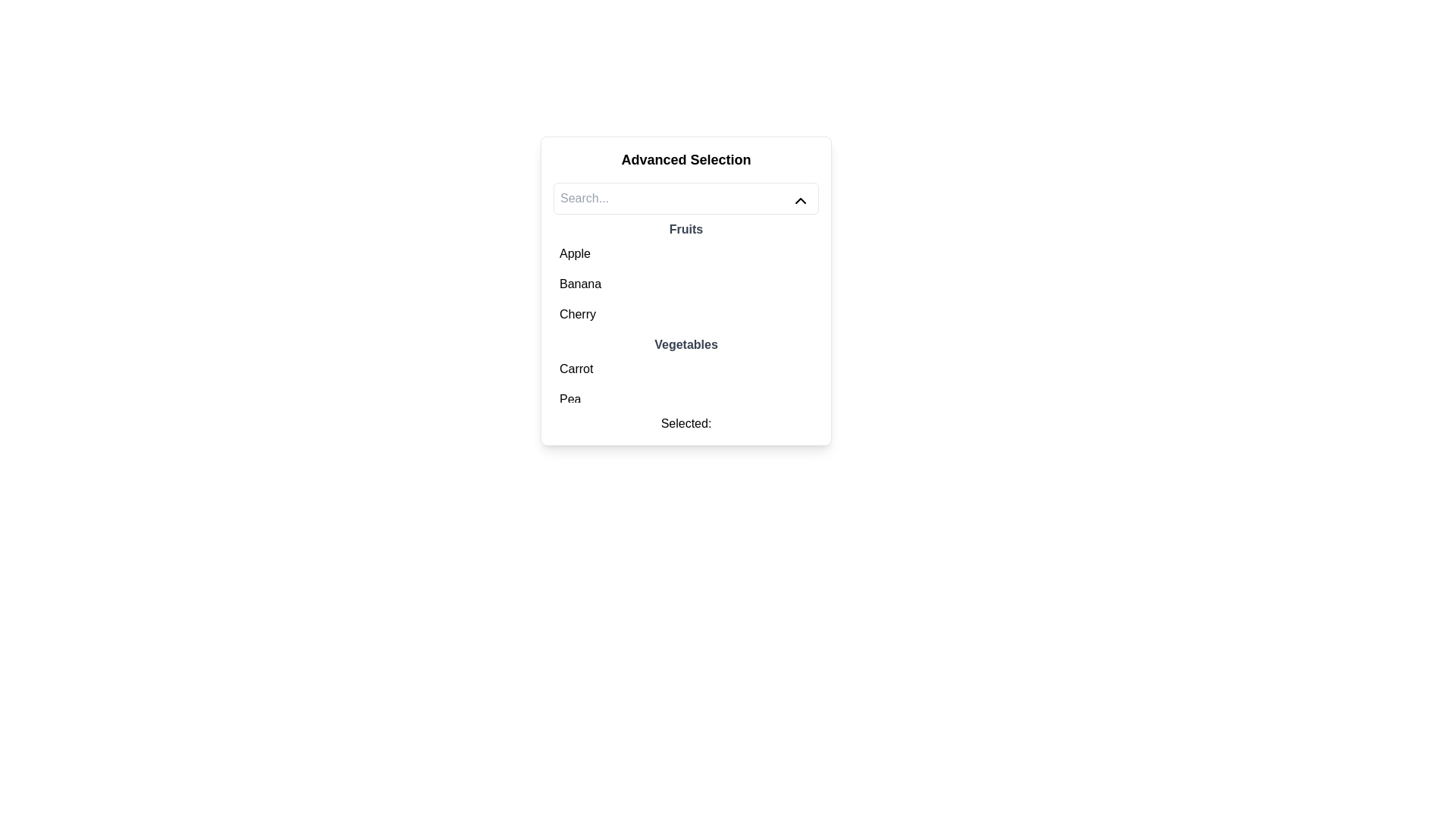 Image resolution: width=1456 pixels, height=819 pixels. I want to click on the selectable list item labeled 'Banana', so click(686, 284).